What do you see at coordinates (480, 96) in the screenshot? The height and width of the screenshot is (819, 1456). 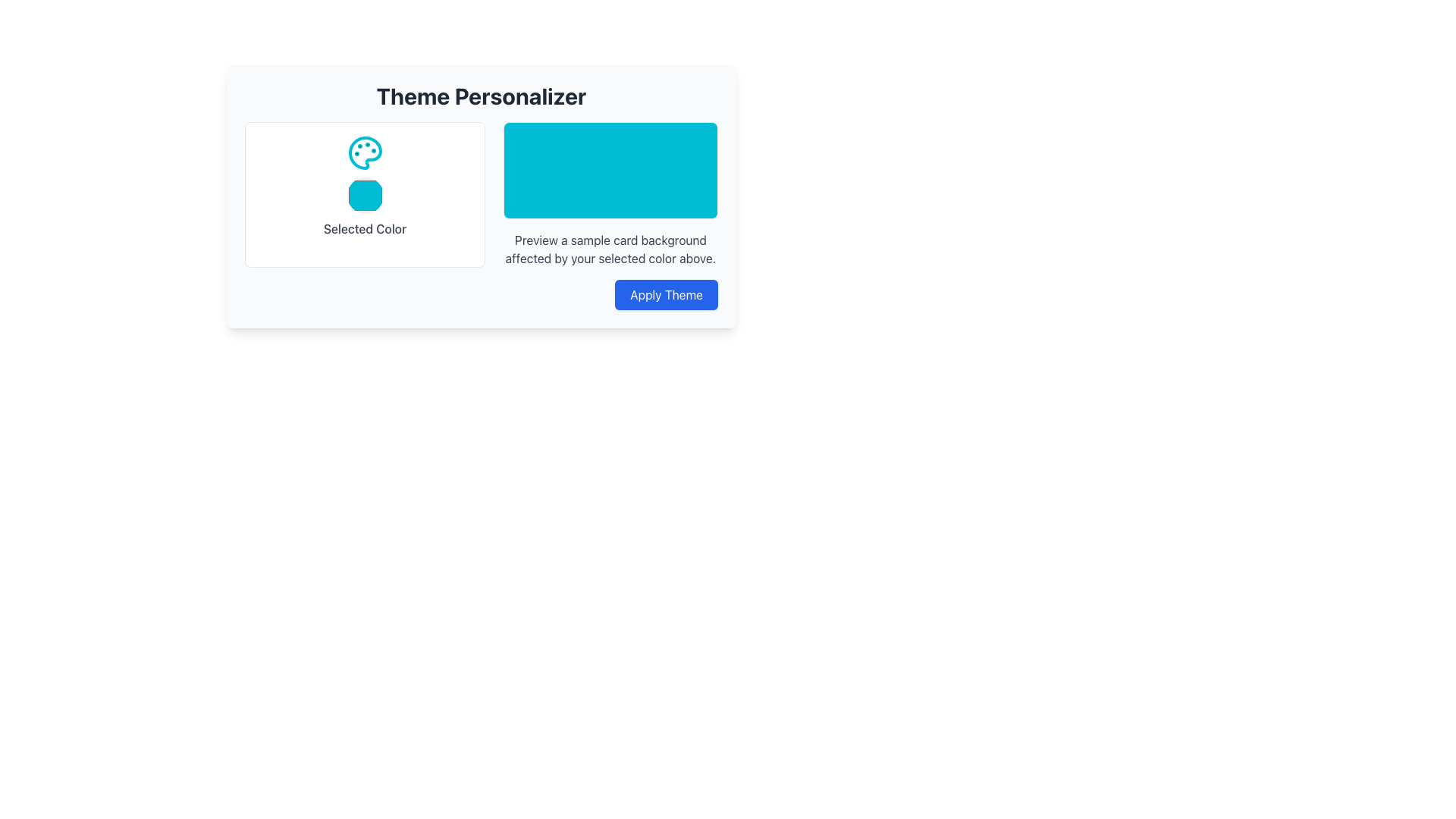 I see `the text label reading 'Theme Personalizer', which is prominently displayed at the top of its section in a bold font with a dark color on a light background` at bounding box center [480, 96].